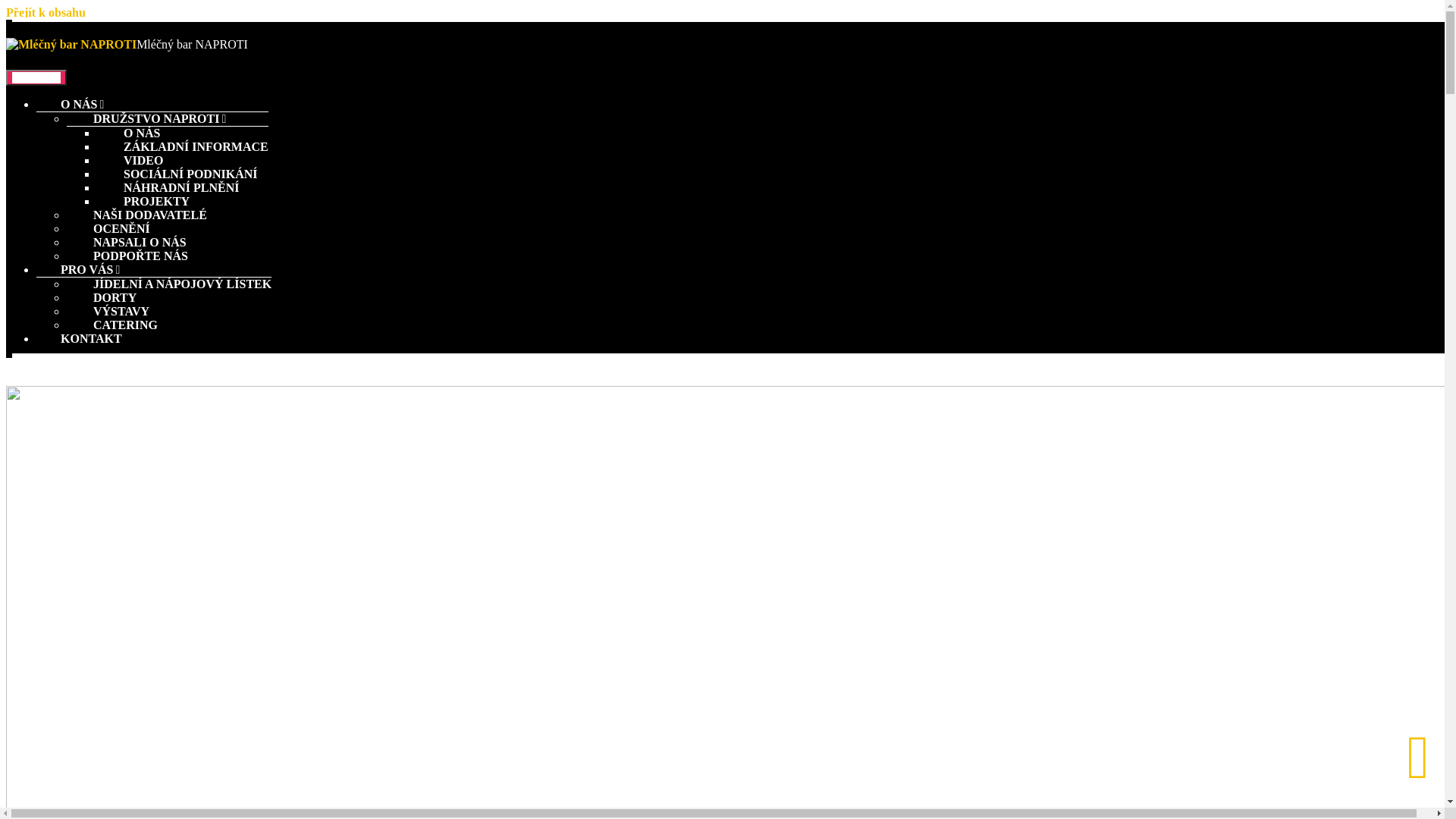 The image size is (1456, 819). Describe the element at coordinates (143, 184) in the screenshot. I see `'PROJEKTY'` at that location.